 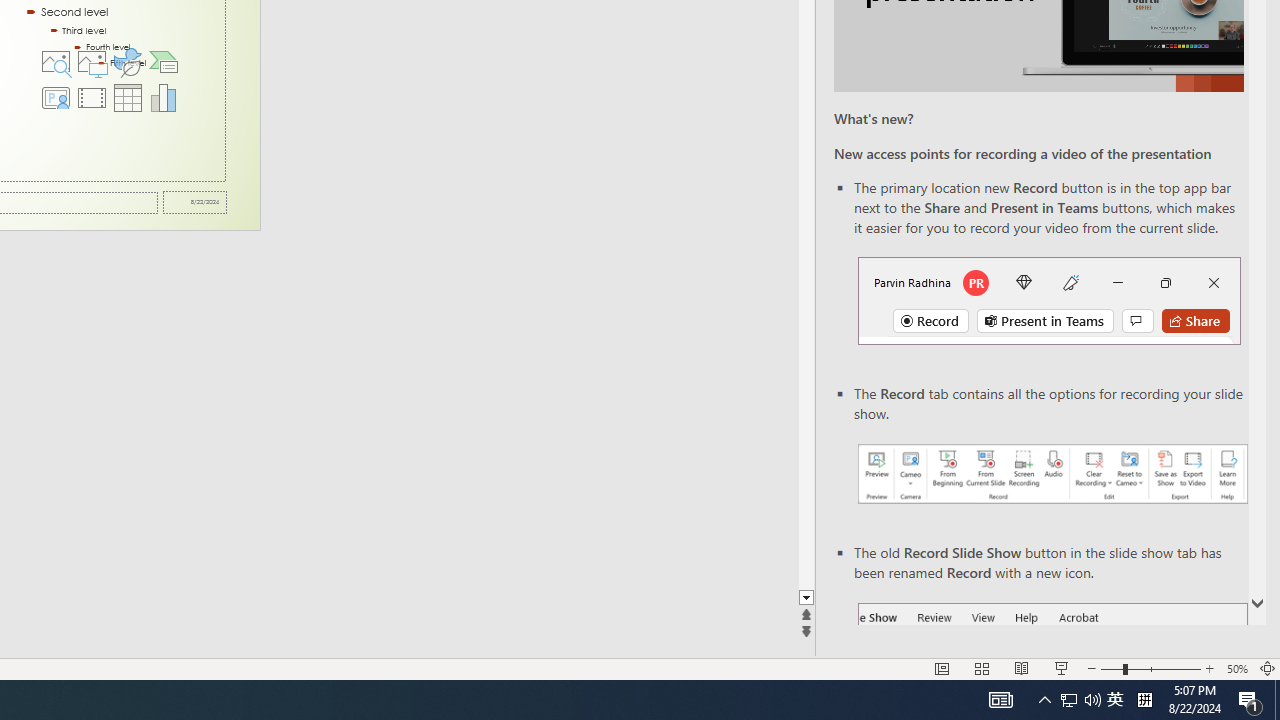 I want to click on 'Date', so click(x=194, y=202).